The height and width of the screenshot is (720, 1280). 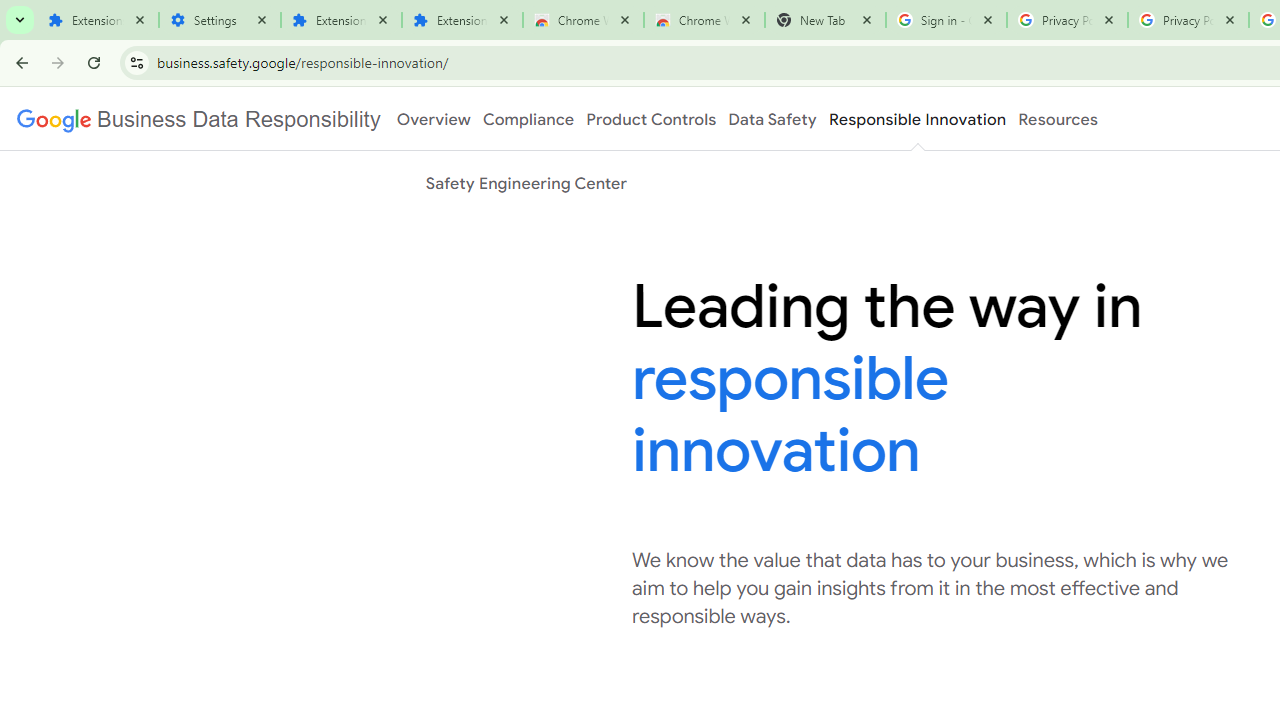 What do you see at coordinates (199, 119) in the screenshot?
I see `'Google logo'` at bounding box center [199, 119].